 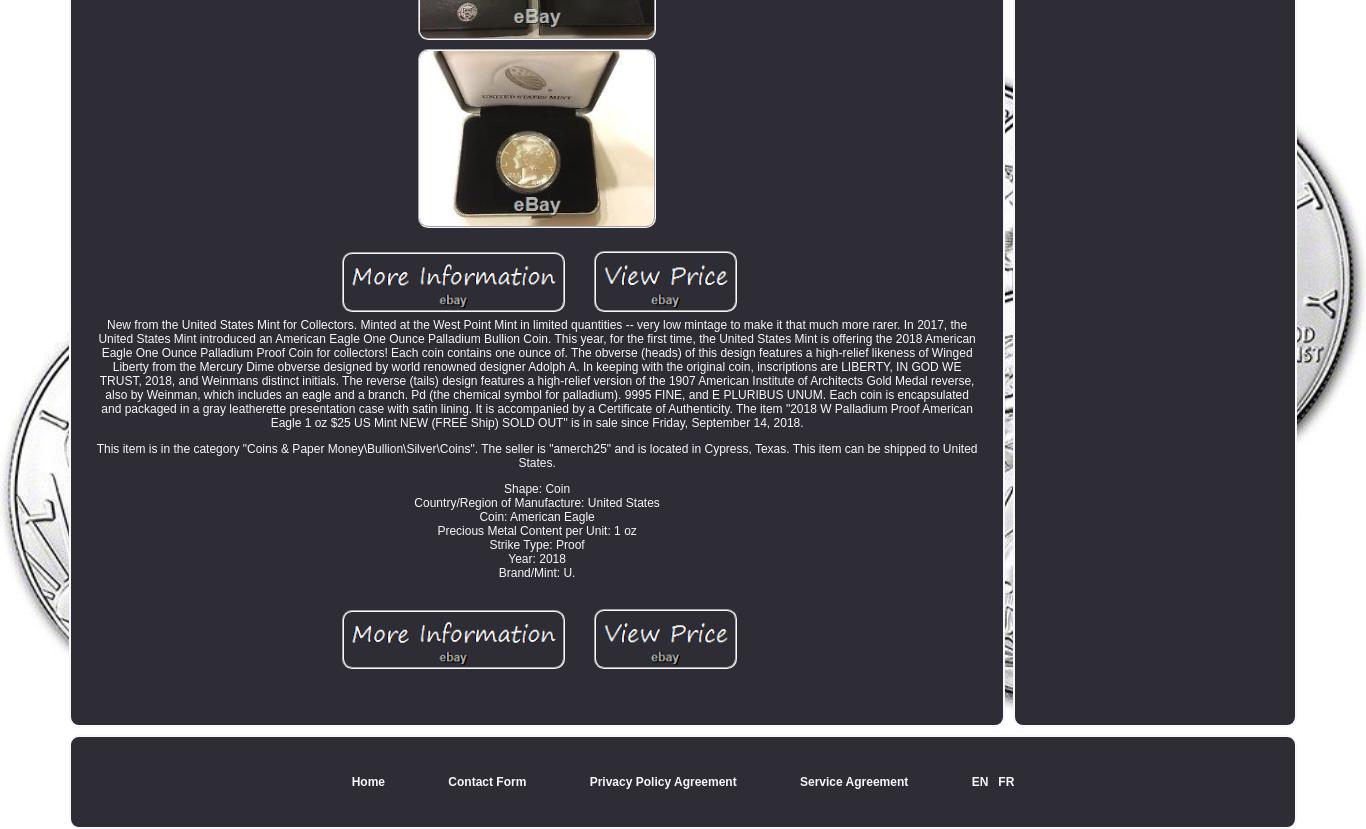 What do you see at coordinates (536, 488) in the screenshot?
I see `'Shape: Coin'` at bounding box center [536, 488].